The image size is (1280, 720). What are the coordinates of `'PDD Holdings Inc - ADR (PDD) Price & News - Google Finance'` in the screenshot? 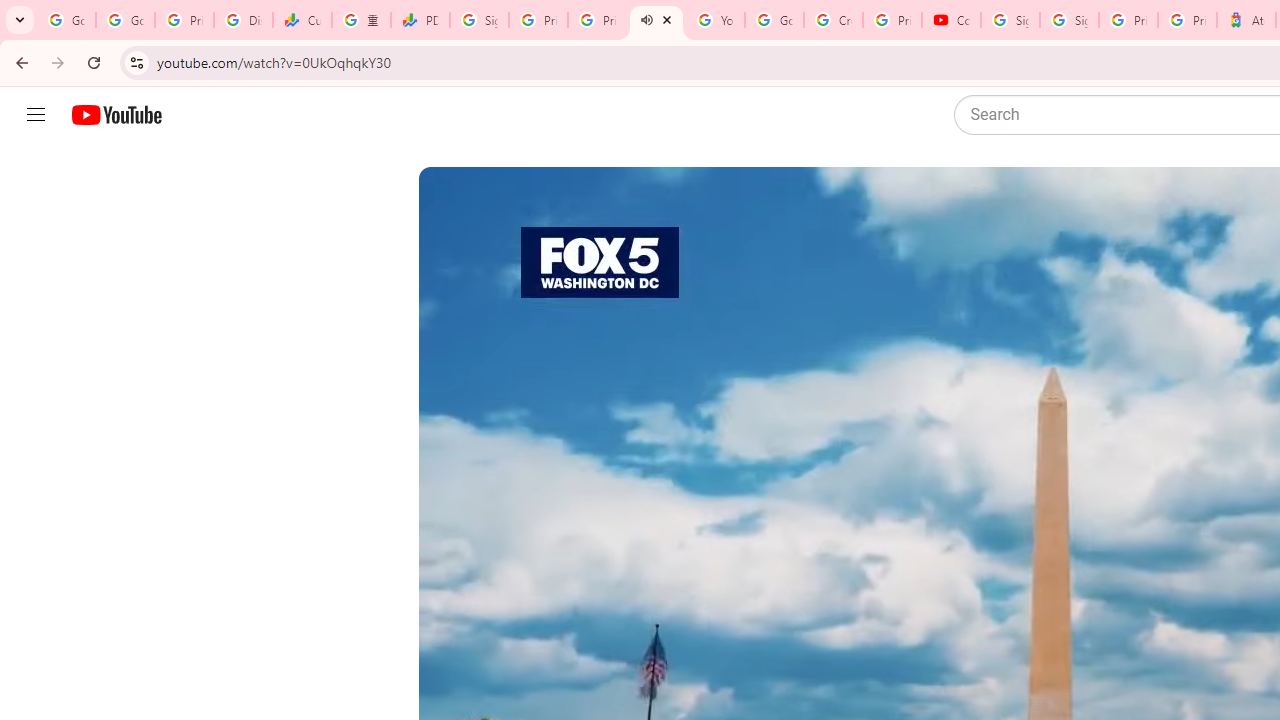 It's located at (419, 20).